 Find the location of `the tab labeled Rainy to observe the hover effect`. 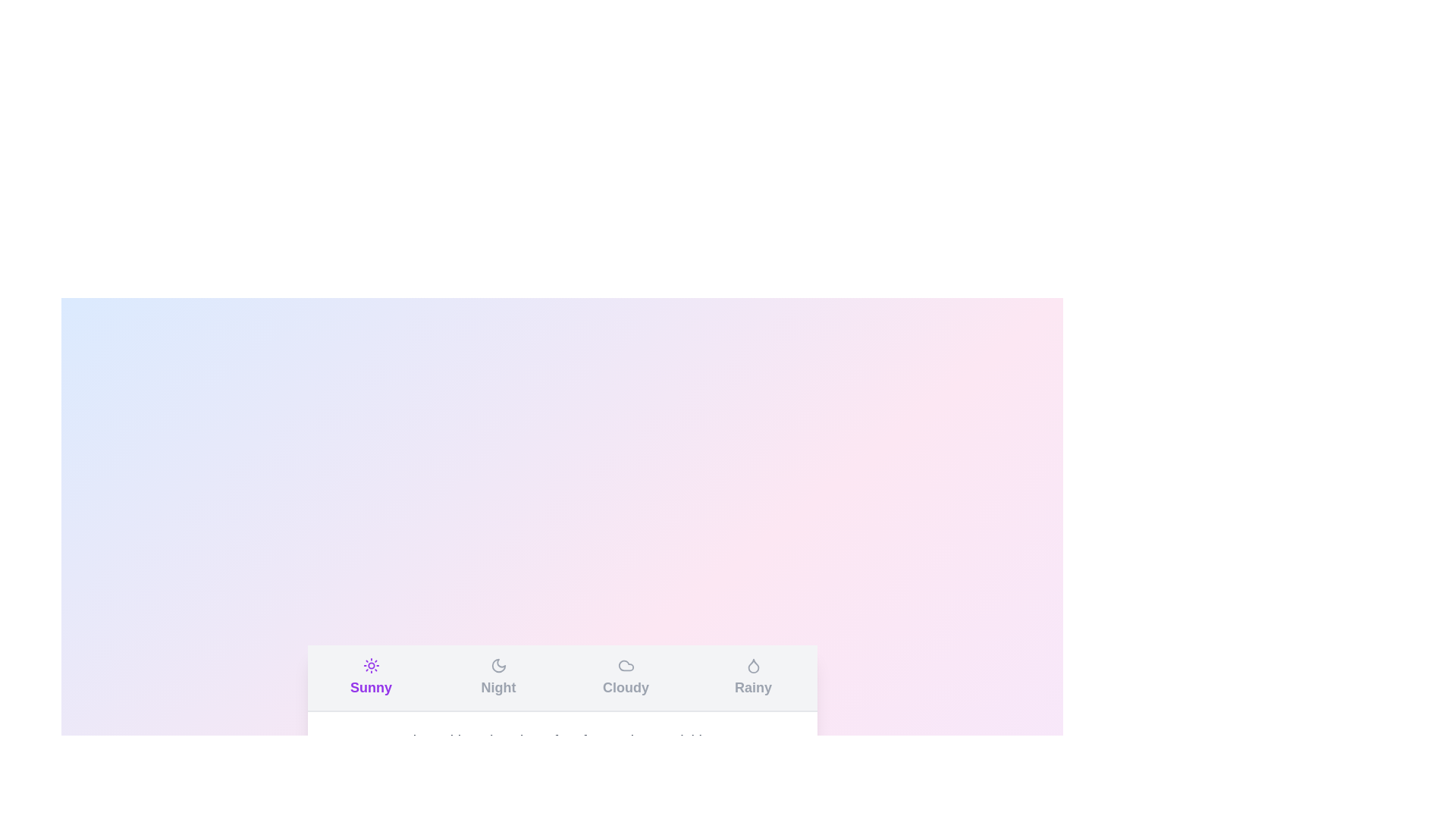

the tab labeled Rainy to observe the hover effect is located at coordinates (753, 677).